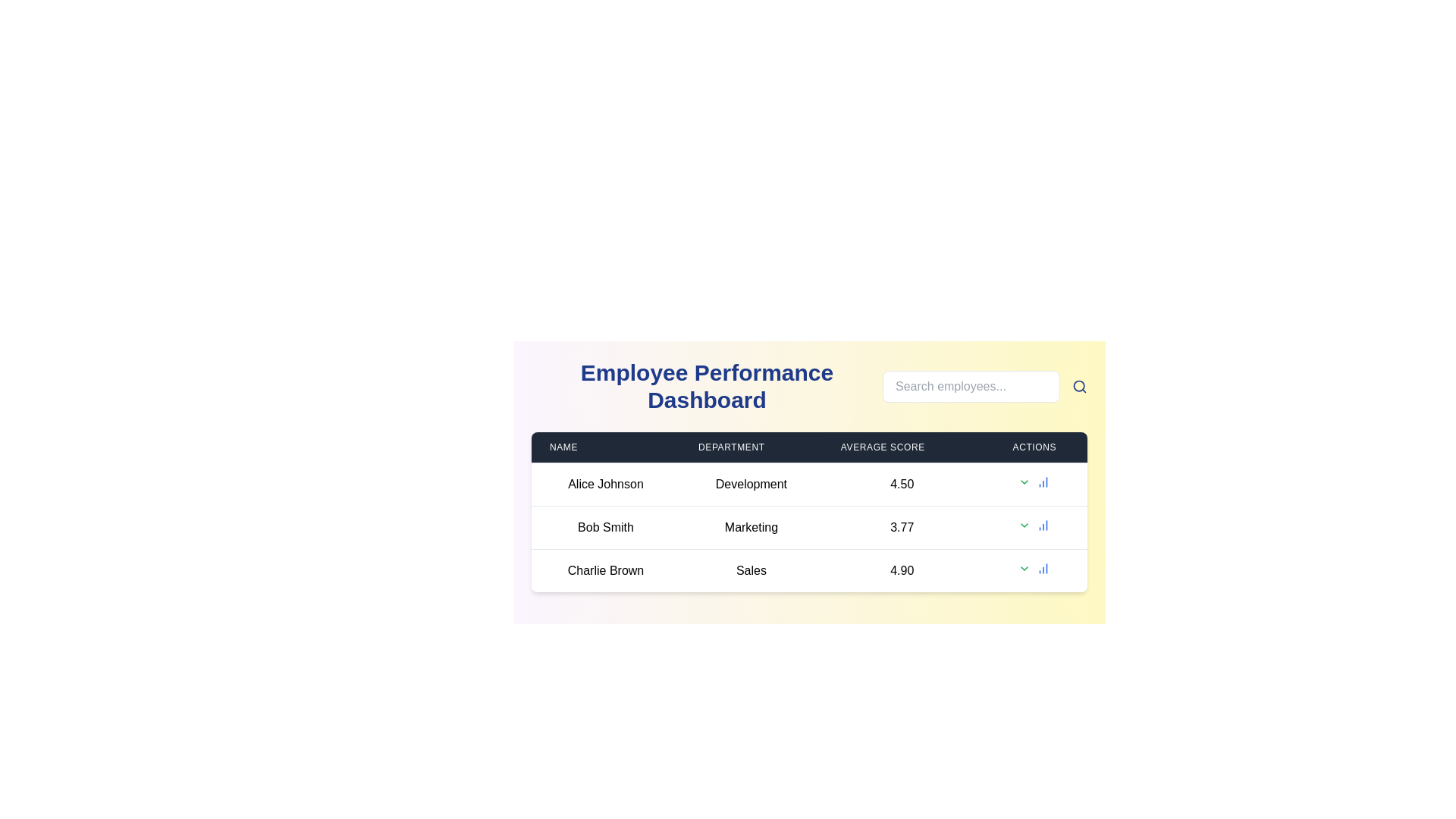  I want to click on the dropdown toggle icon resembling a downward-pointing chevron, located under the 'Actions' column next to Bob Smith in the Marketing department, so click(1025, 482).